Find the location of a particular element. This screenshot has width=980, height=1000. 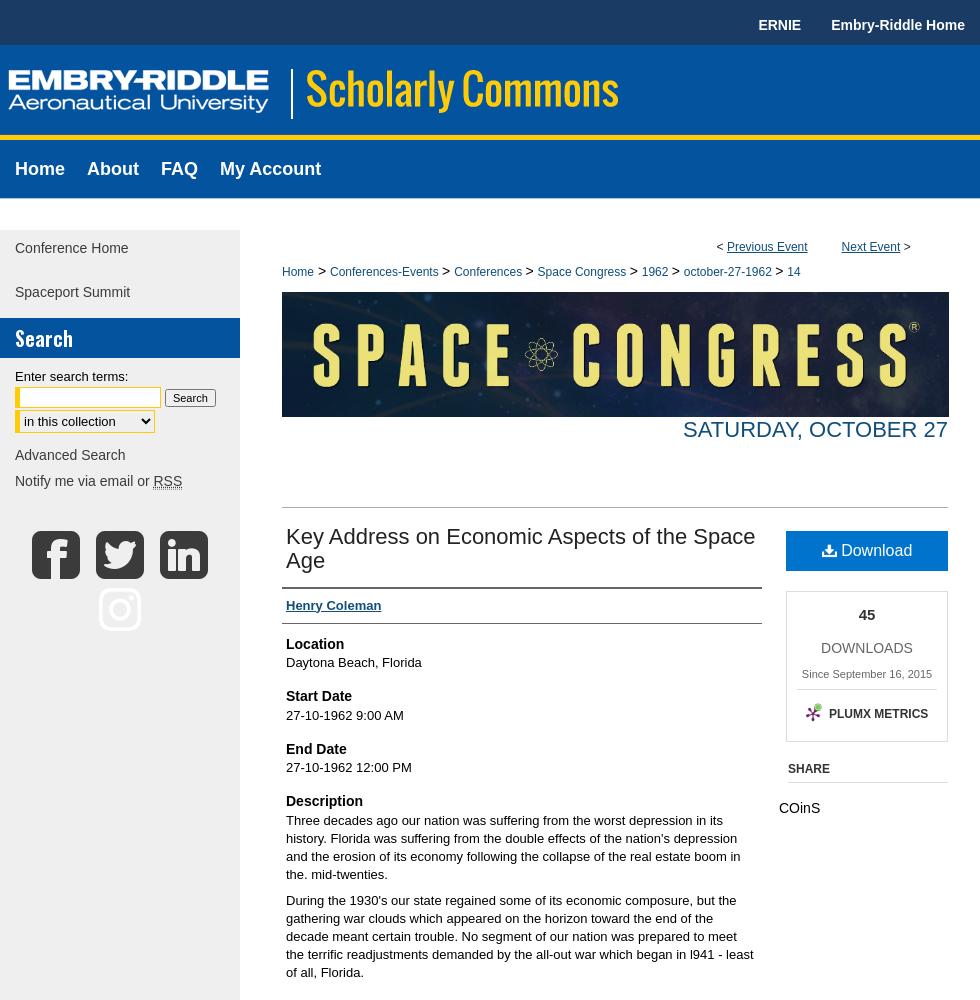

'Three decades ago our nation was suffering from the worst depression in its history. Florida was suffering from the double effects of the nation's depression and the erosion of its economy following the collapse of the real estate boom in the. mid-twenties.' is located at coordinates (513, 845).